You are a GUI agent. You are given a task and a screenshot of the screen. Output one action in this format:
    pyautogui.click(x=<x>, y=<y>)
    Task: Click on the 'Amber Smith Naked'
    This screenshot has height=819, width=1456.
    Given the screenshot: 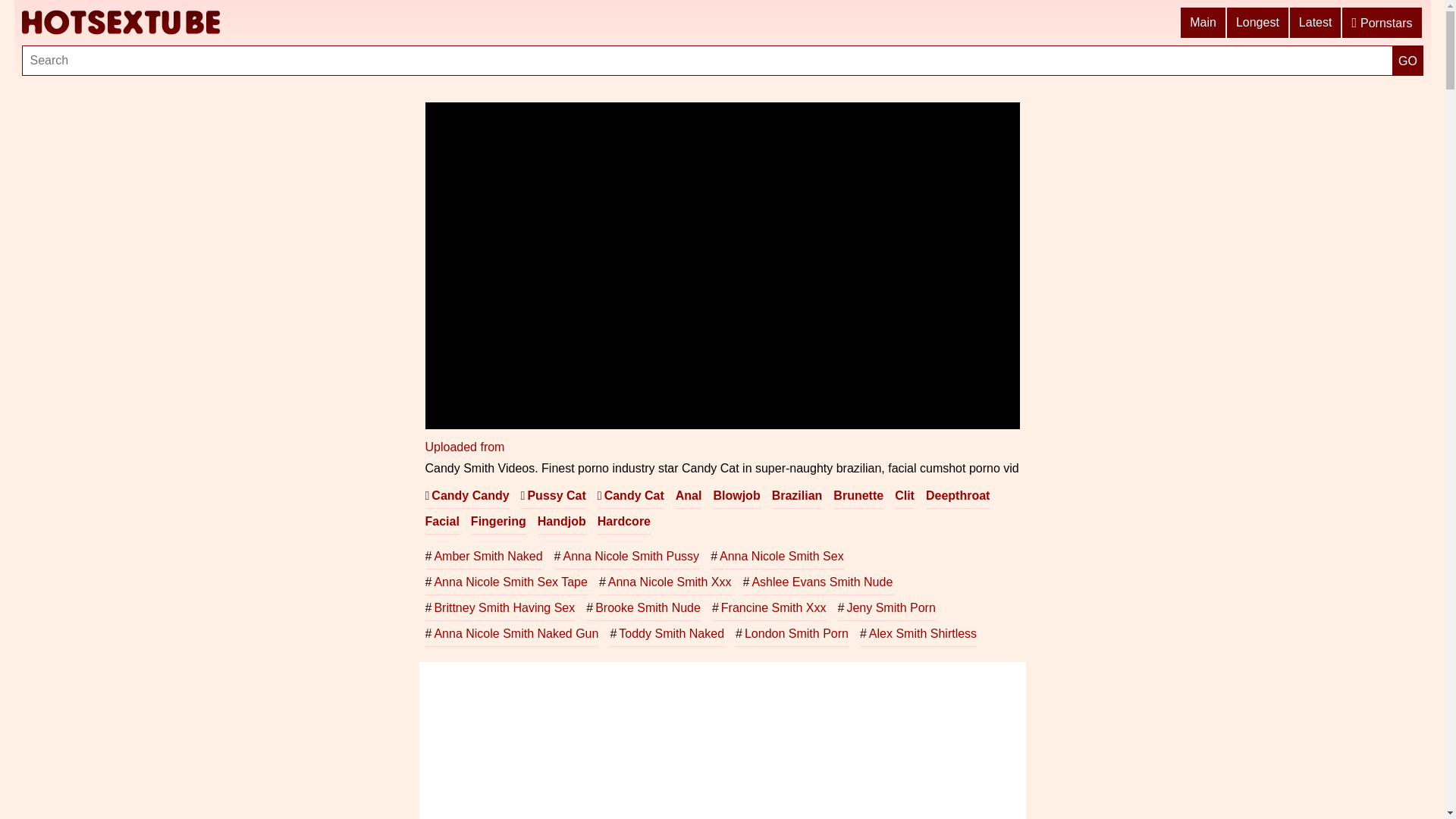 What is the action you would take?
    pyautogui.click(x=482, y=556)
    